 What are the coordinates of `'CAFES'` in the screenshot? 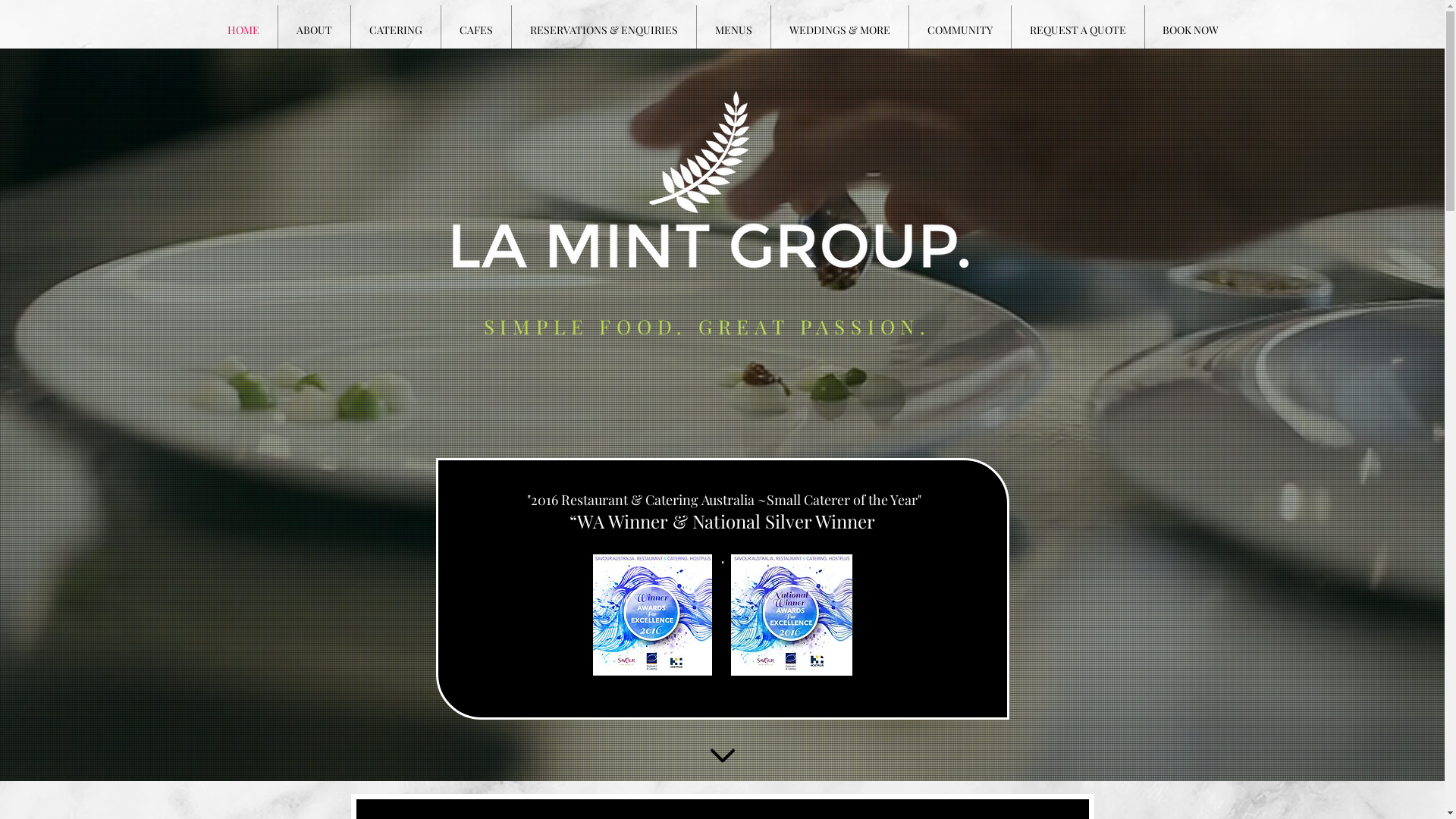 It's located at (475, 30).